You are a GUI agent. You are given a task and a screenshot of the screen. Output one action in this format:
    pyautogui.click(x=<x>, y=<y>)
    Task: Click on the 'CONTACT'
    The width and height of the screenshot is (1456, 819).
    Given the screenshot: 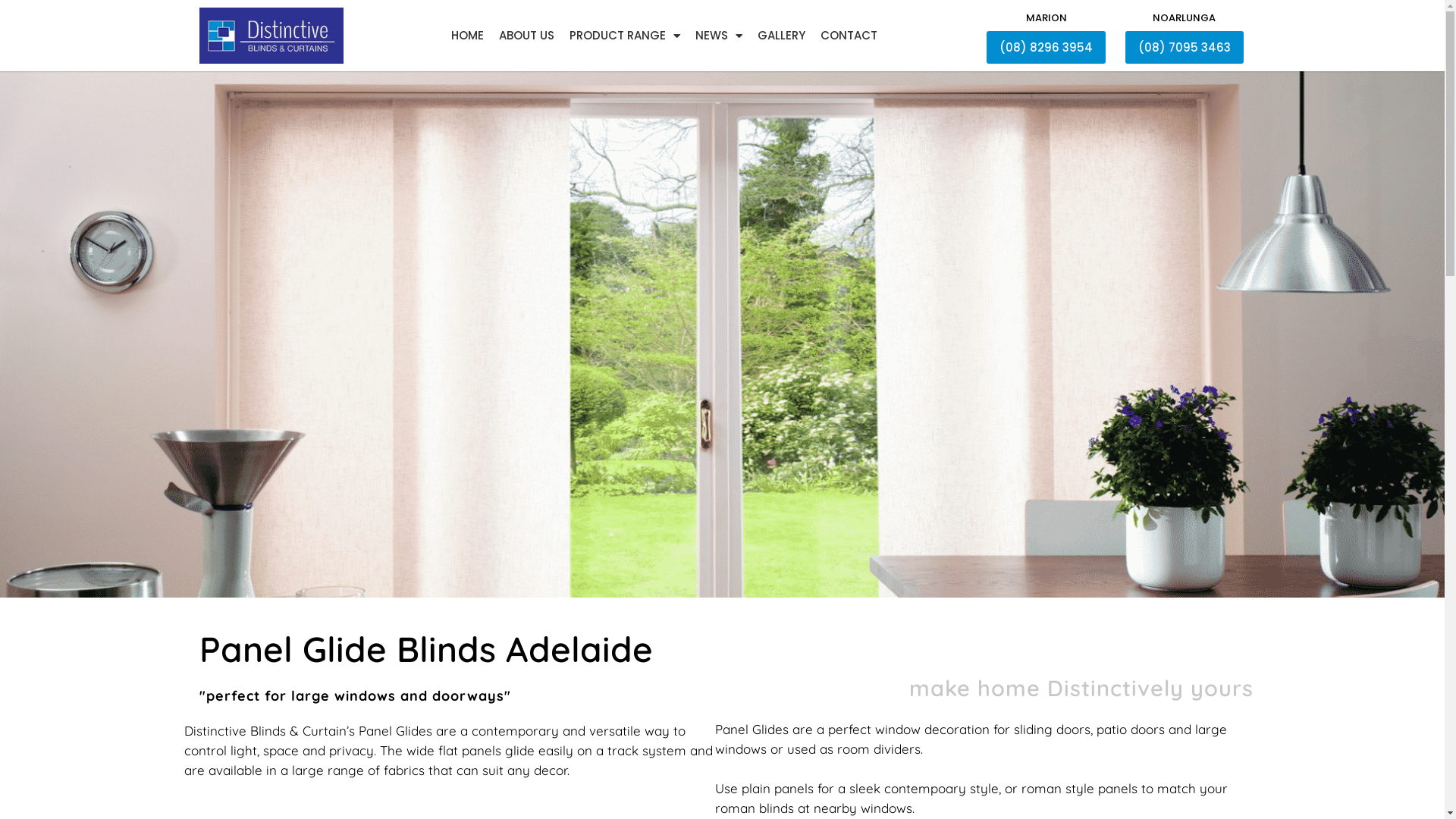 What is the action you would take?
    pyautogui.click(x=848, y=34)
    